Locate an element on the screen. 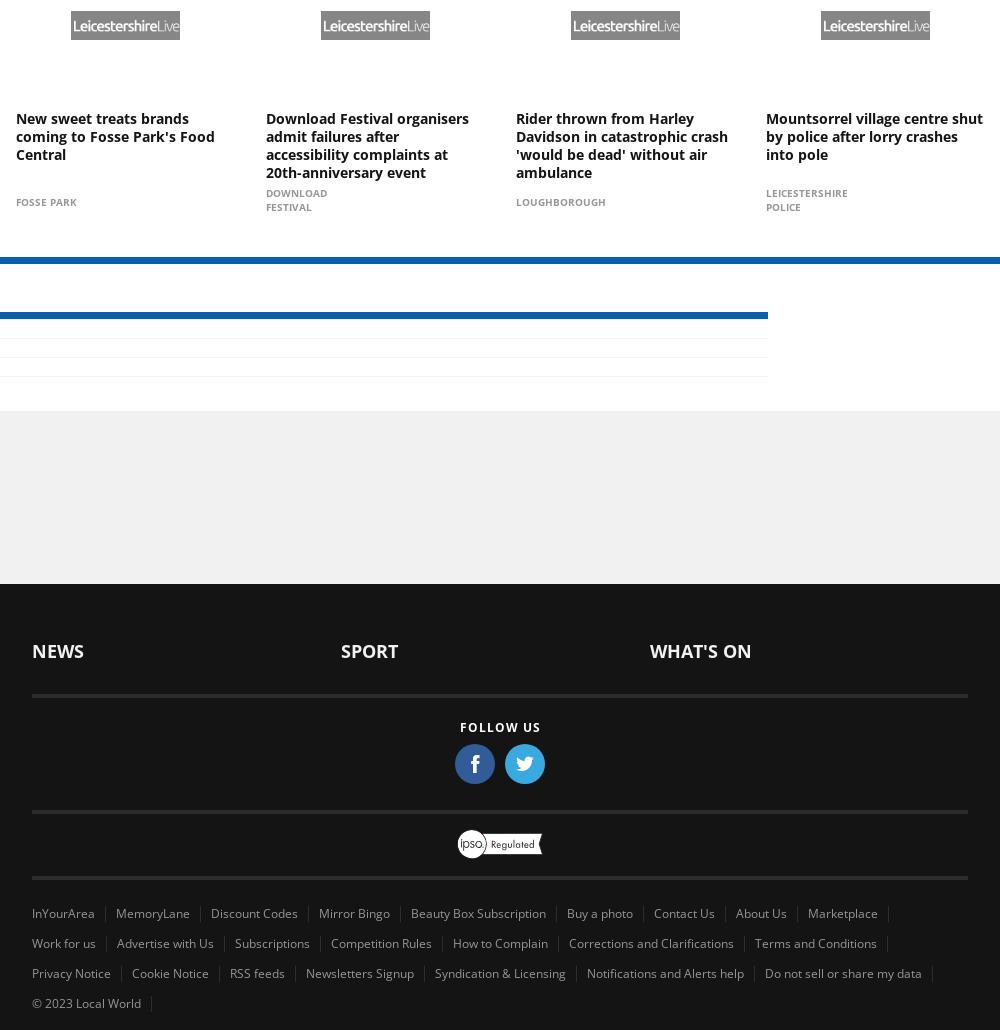 This screenshot has height=1030, width=1000. 'MemoryLane' is located at coordinates (153, 912).